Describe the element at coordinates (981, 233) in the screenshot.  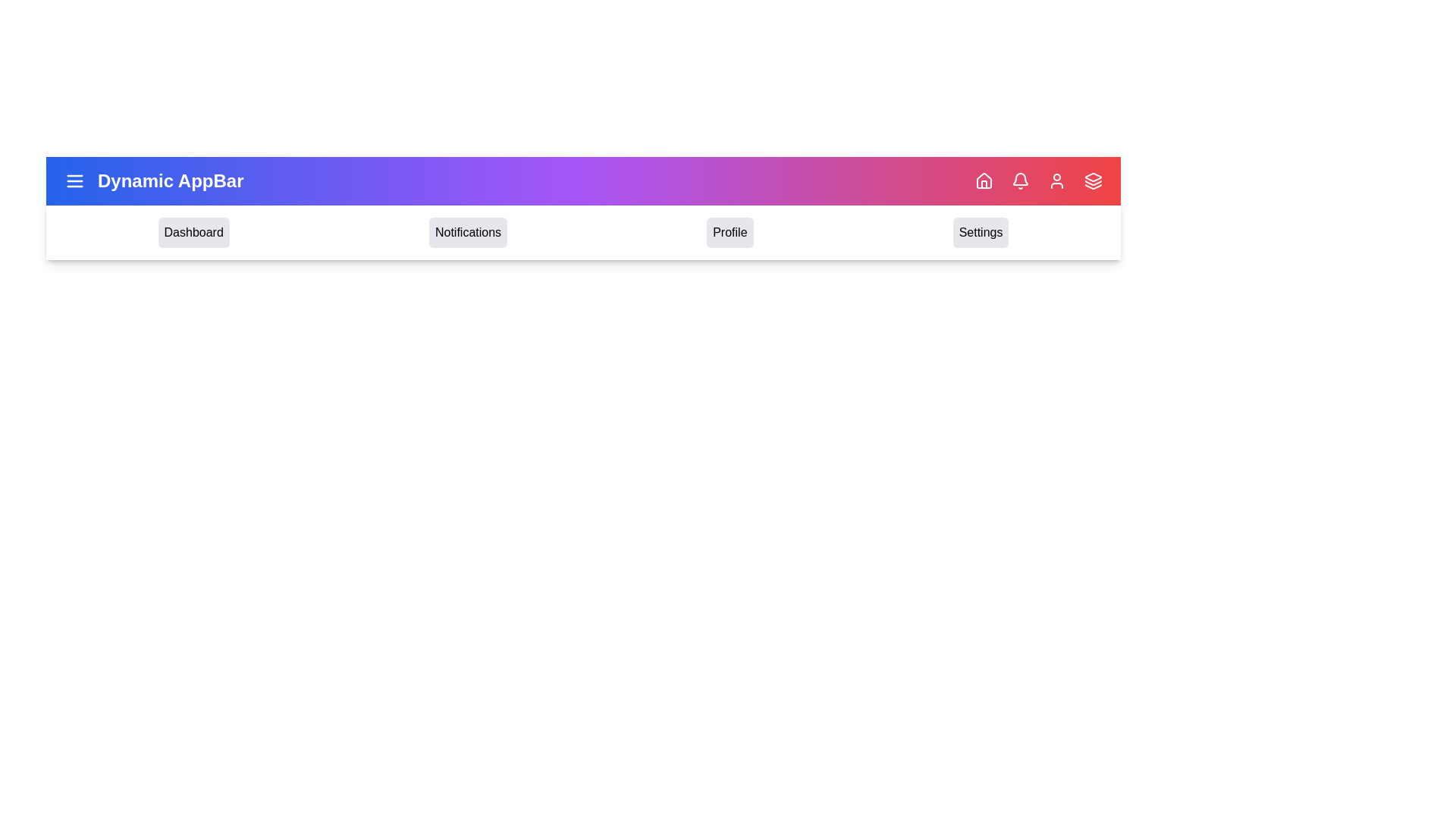
I see `the navigation icon for Settings to navigate to that section` at that location.